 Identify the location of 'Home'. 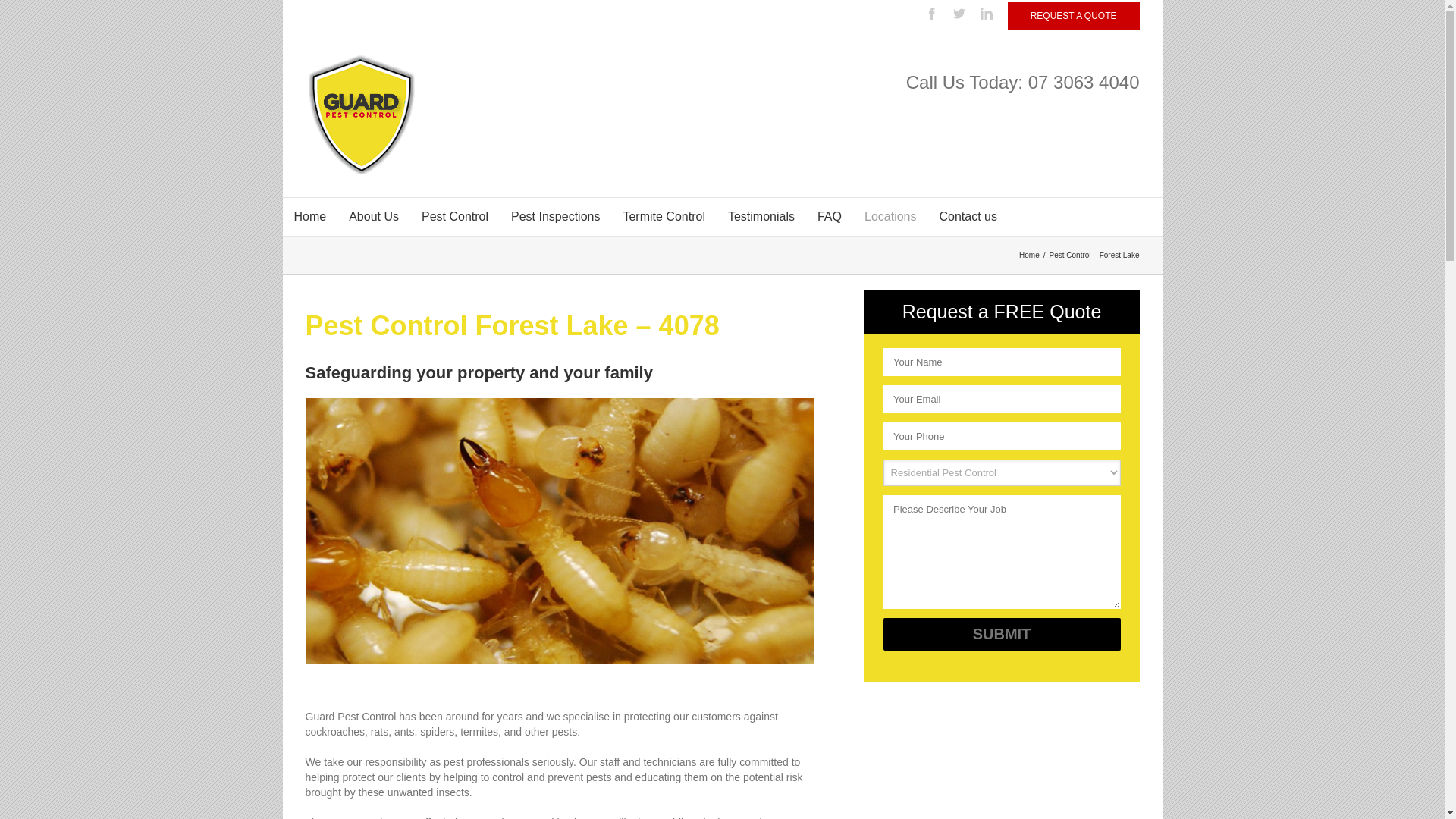
(309, 216).